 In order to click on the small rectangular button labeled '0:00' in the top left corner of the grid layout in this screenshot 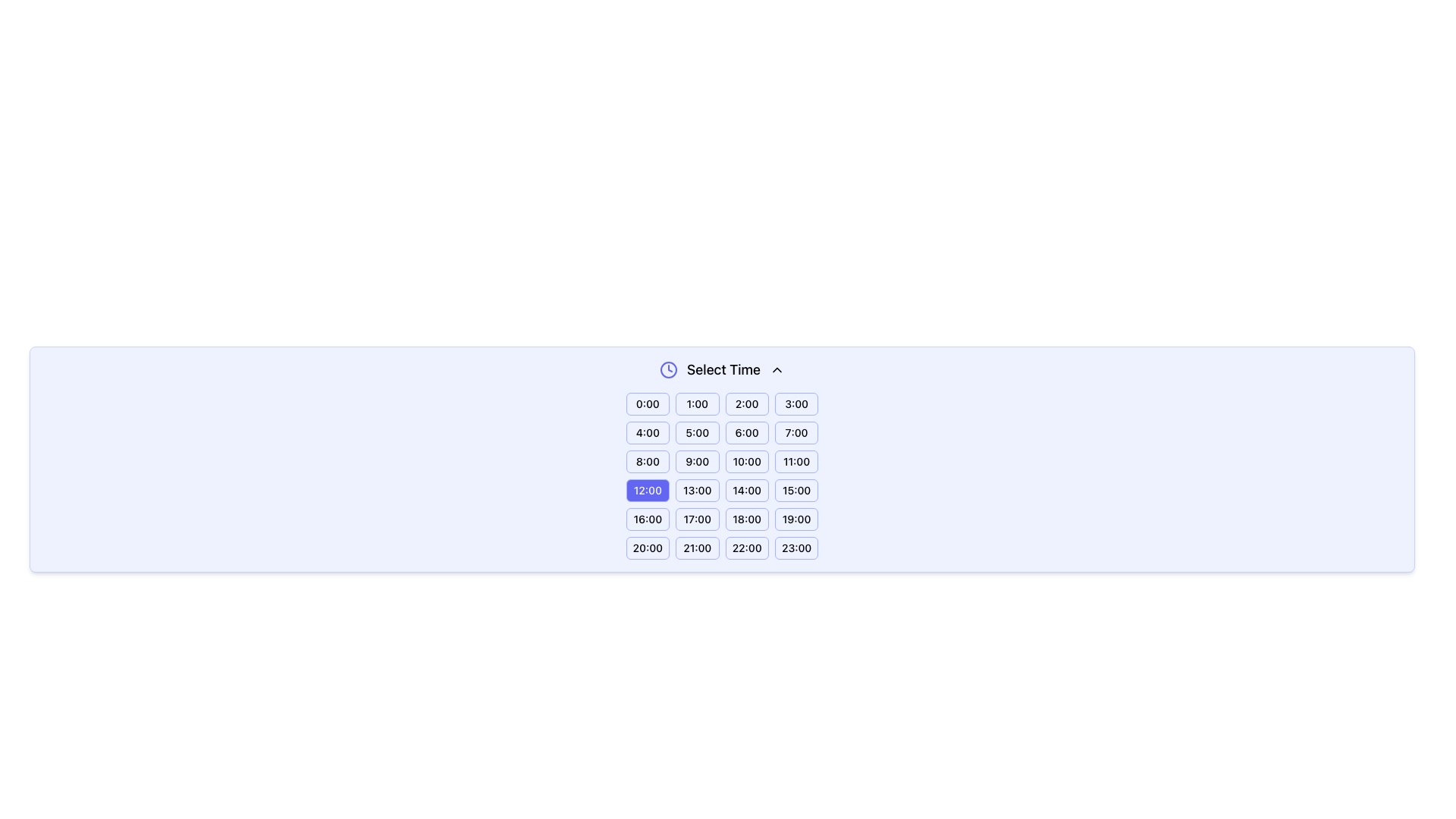, I will do `click(648, 403)`.